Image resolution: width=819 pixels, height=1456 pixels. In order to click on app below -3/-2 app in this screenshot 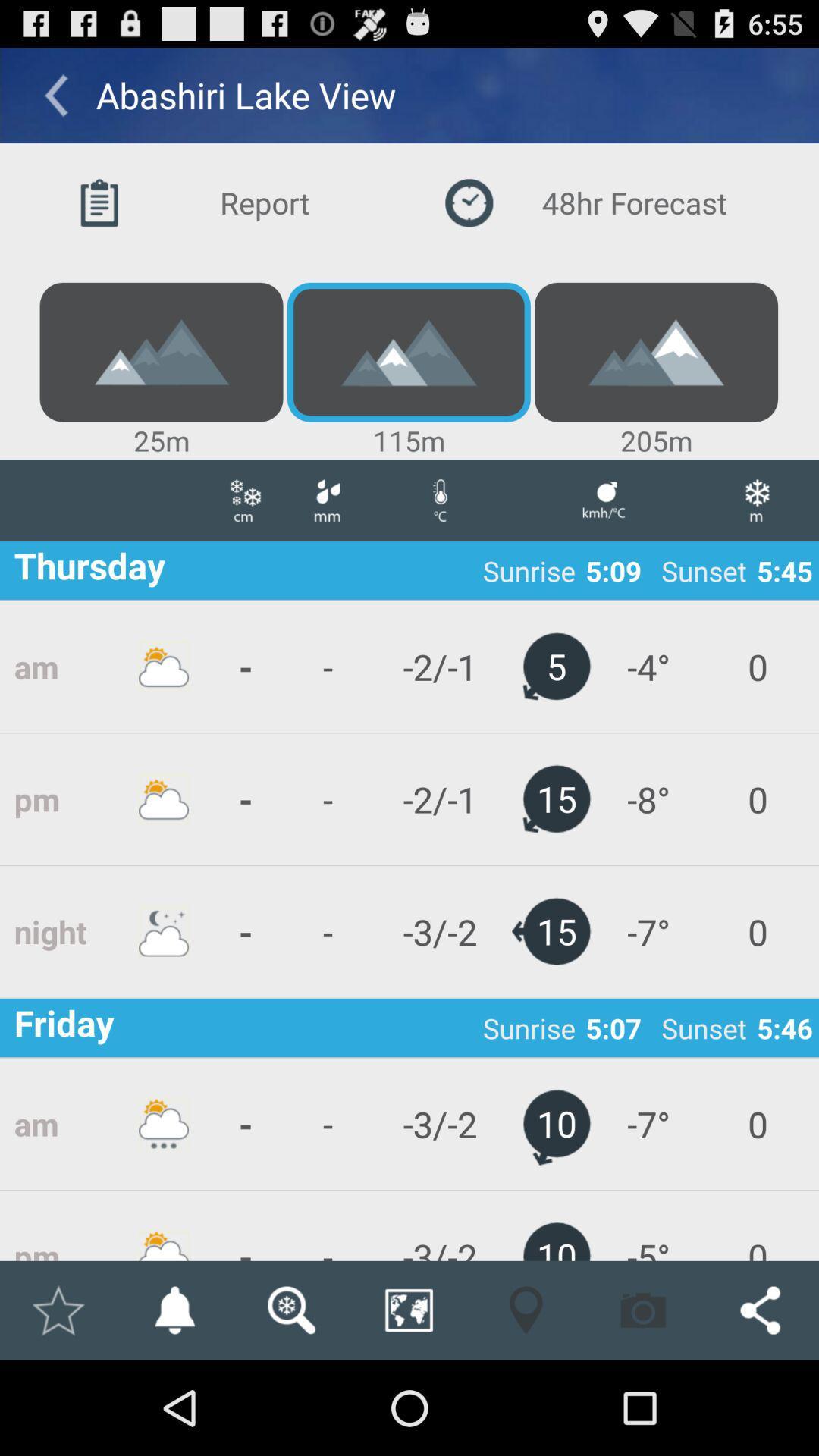, I will do `click(525, 1310)`.